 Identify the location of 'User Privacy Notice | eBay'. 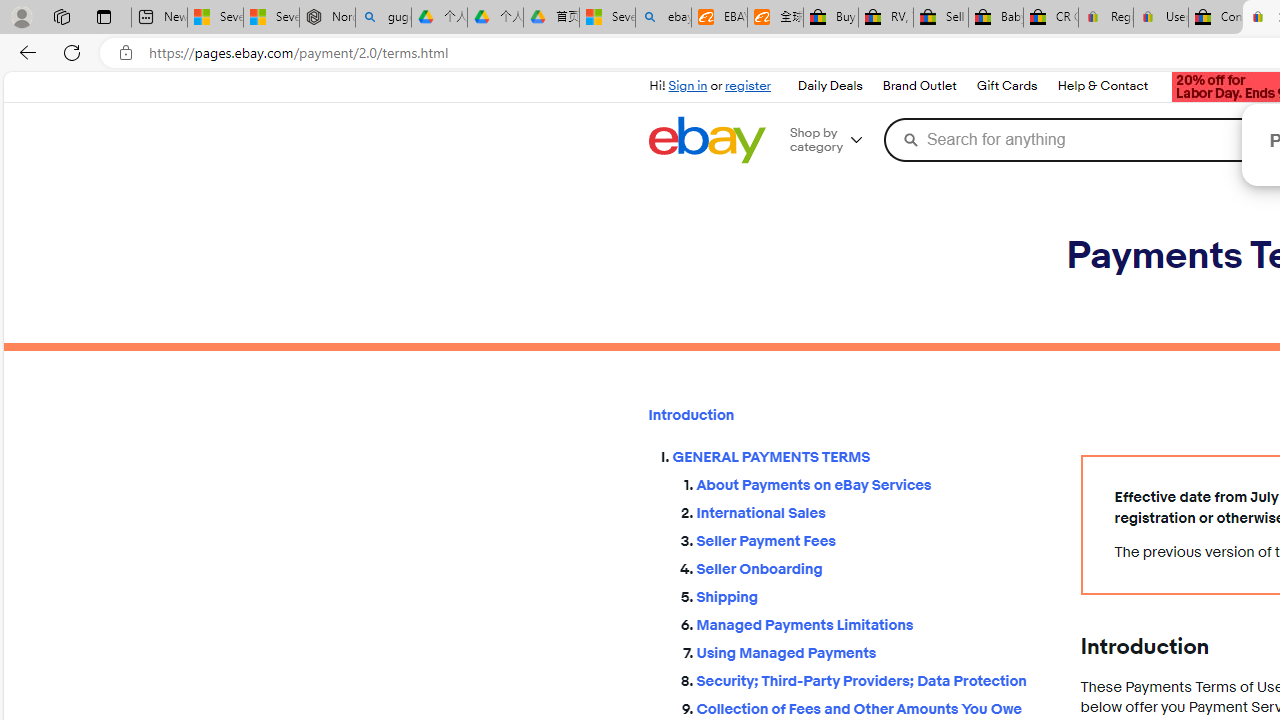
(1160, 17).